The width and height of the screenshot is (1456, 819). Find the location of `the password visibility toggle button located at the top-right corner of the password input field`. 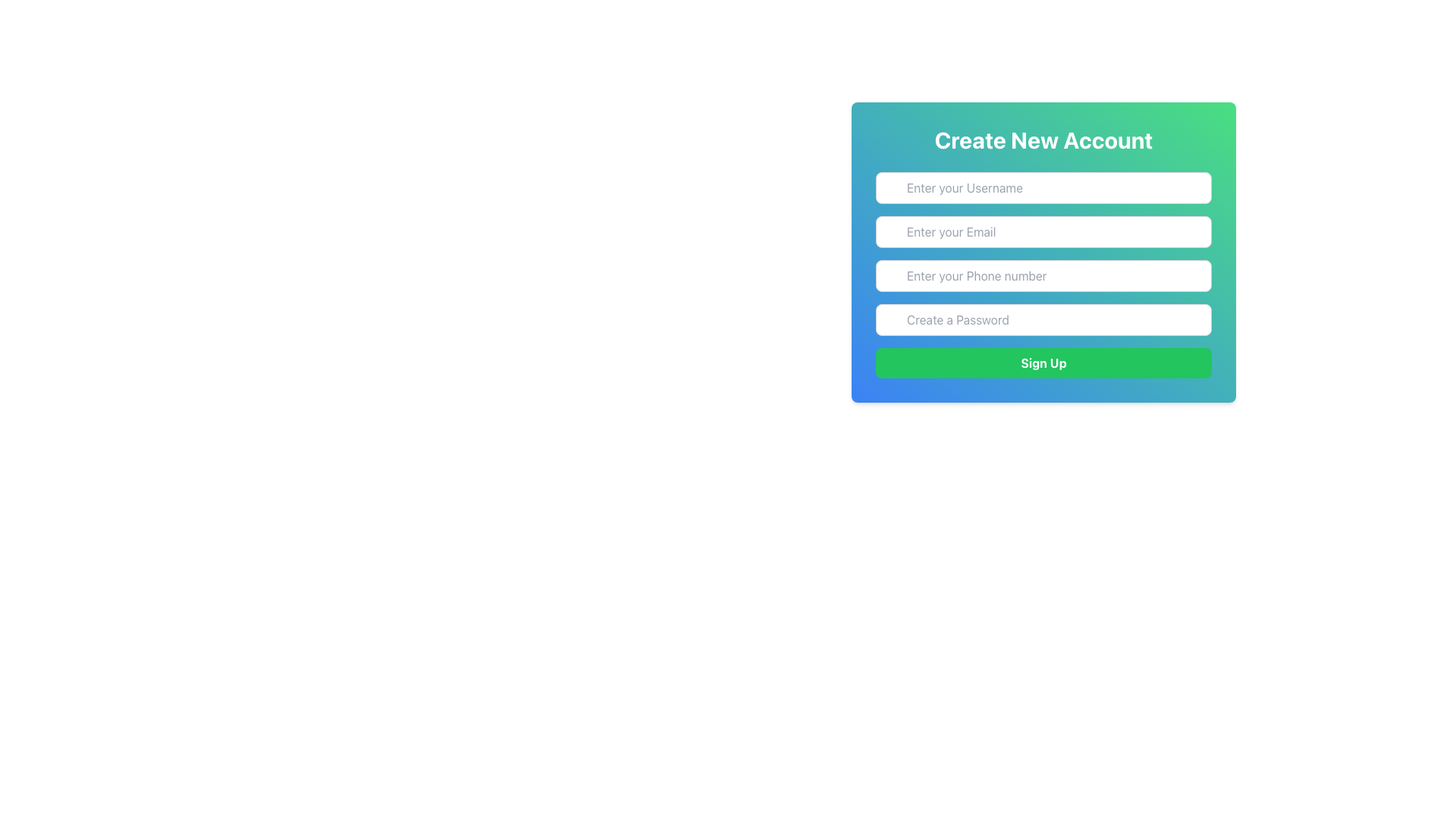

the password visibility toggle button located at the top-right corner of the password input field is located at coordinates (1193, 321).